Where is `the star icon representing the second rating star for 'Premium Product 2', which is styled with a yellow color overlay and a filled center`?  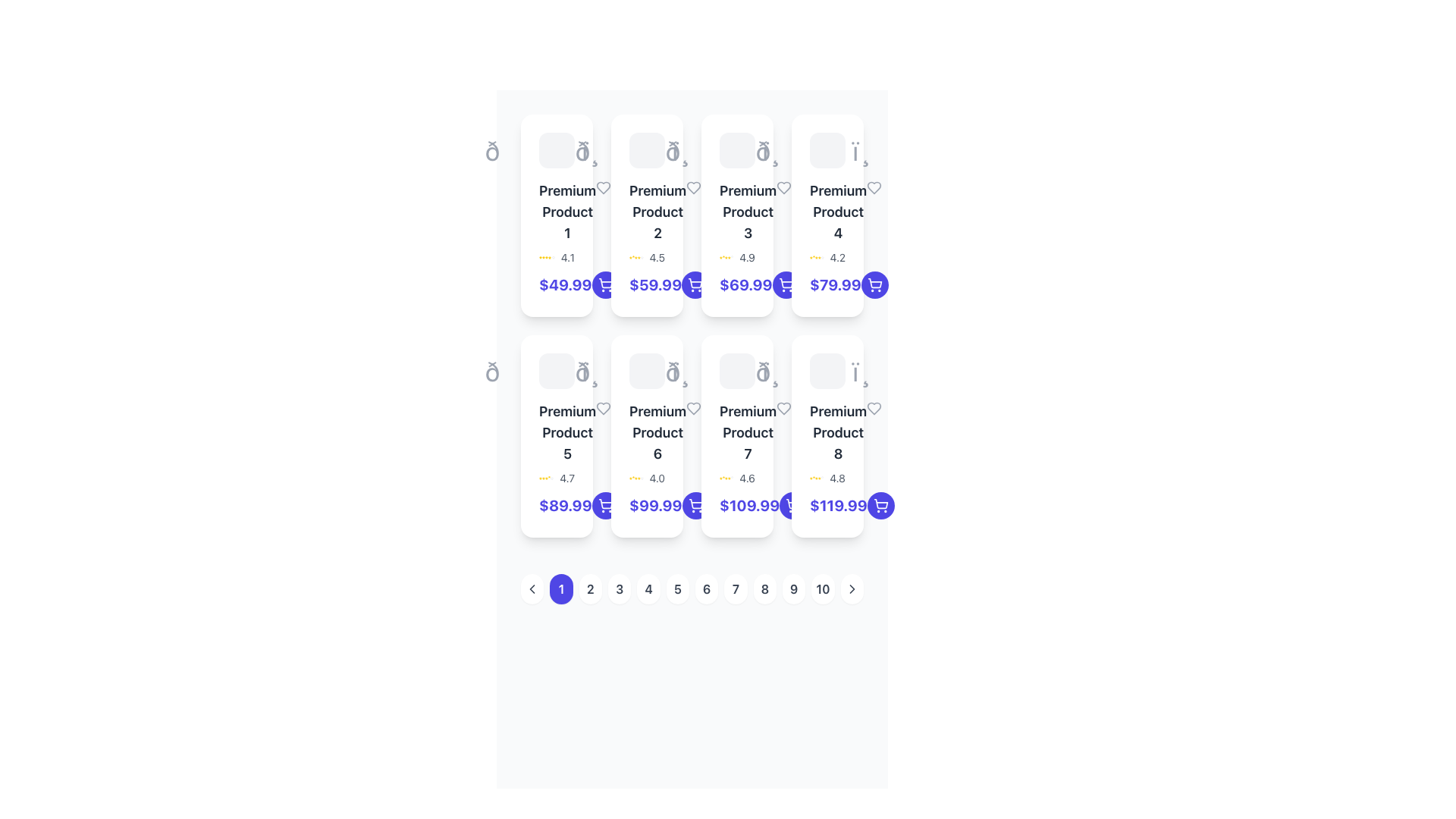 the star icon representing the second rating star for 'Premium Product 2', which is styled with a yellow color overlay and a filled center is located at coordinates (633, 256).